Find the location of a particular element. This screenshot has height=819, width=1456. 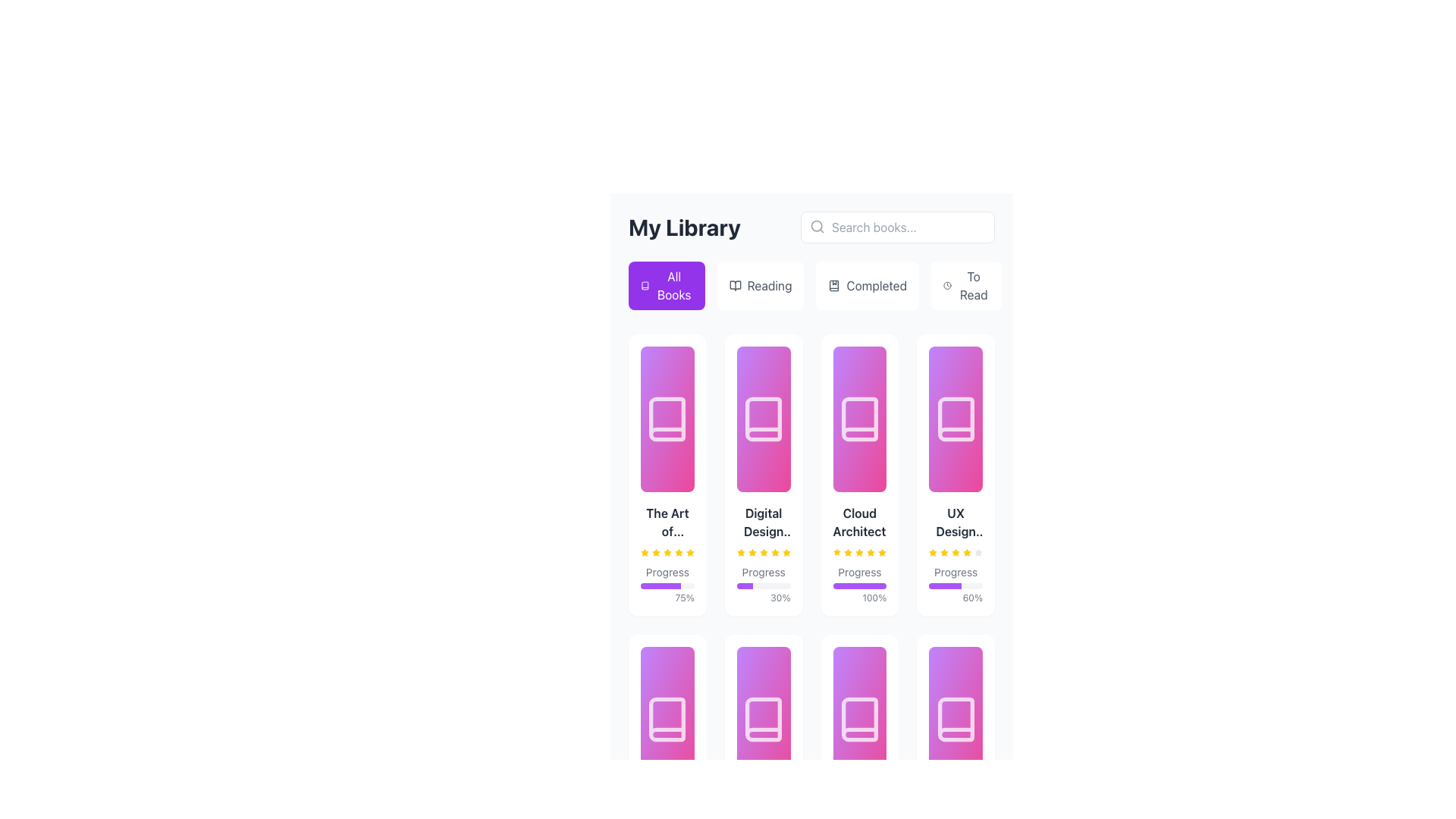

the third star icon in the rating component, which is yellow and located under the 'Digital Design Principles' text label is located at coordinates (764, 553).